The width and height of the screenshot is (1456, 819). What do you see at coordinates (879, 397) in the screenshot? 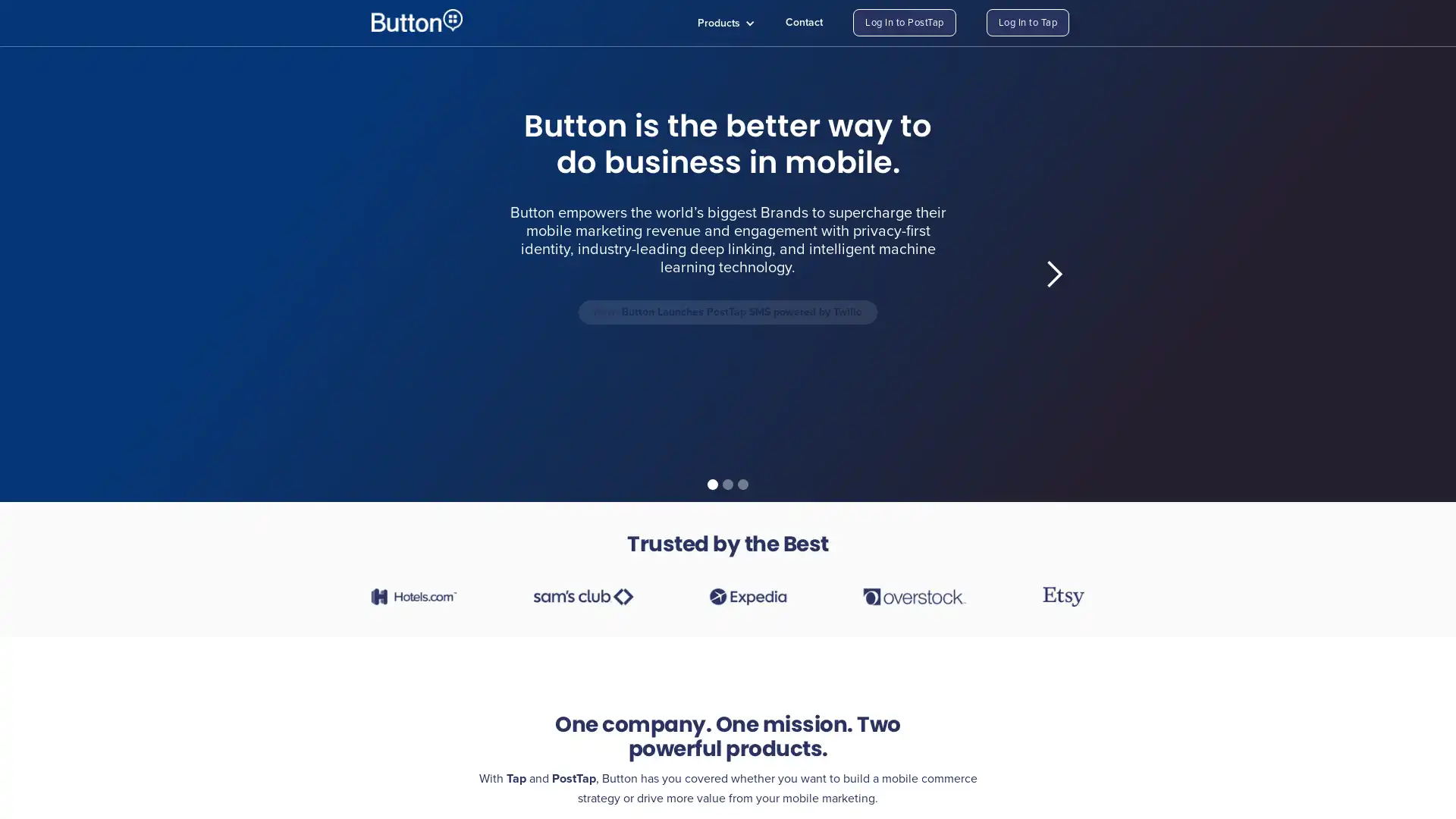
I see `Tell me more` at bounding box center [879, 397].